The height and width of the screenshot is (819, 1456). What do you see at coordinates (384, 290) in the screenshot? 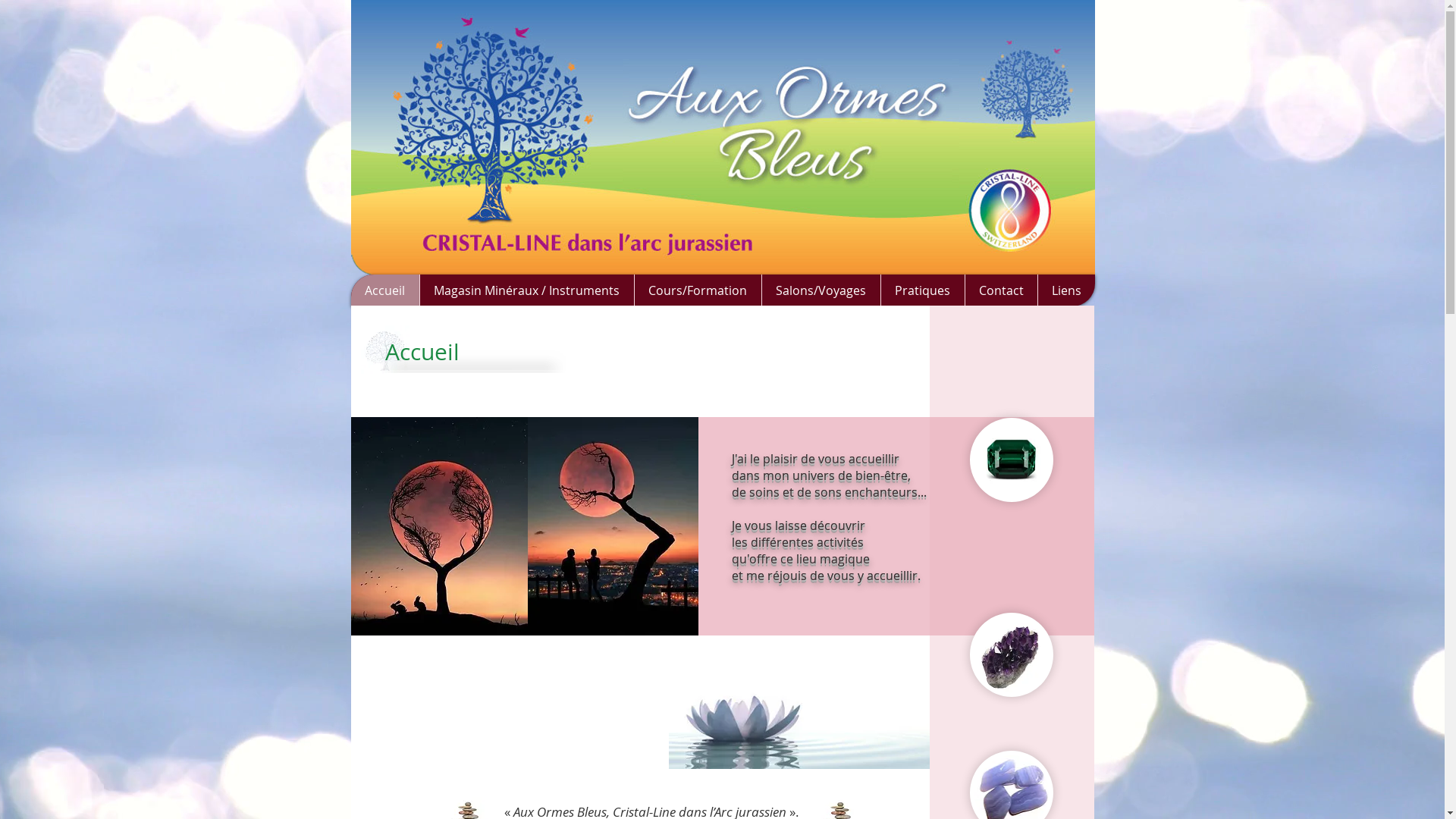
I see `'Accueil'` at bounding box center [384, 290].